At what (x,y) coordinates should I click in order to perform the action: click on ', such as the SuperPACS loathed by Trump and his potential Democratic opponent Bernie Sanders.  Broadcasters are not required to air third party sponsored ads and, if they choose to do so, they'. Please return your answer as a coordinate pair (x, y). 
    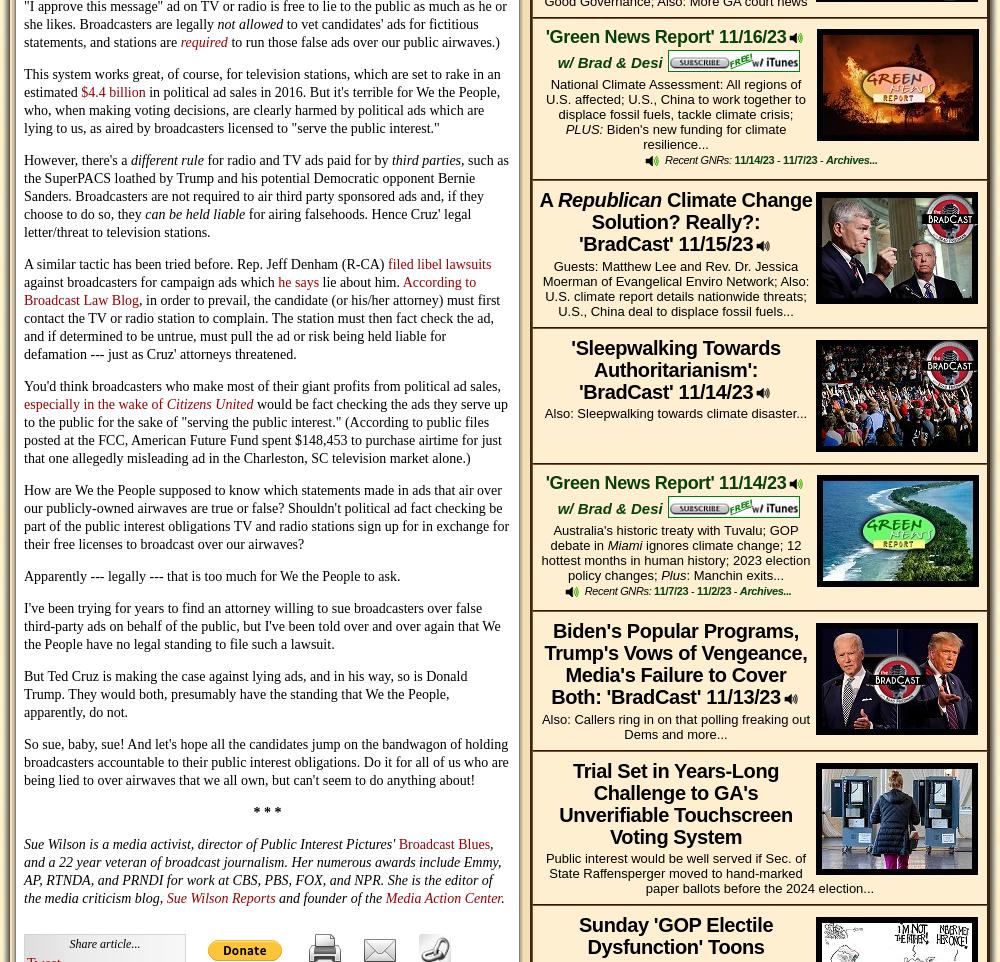
    Looking at the image, I should click on (24, 187).